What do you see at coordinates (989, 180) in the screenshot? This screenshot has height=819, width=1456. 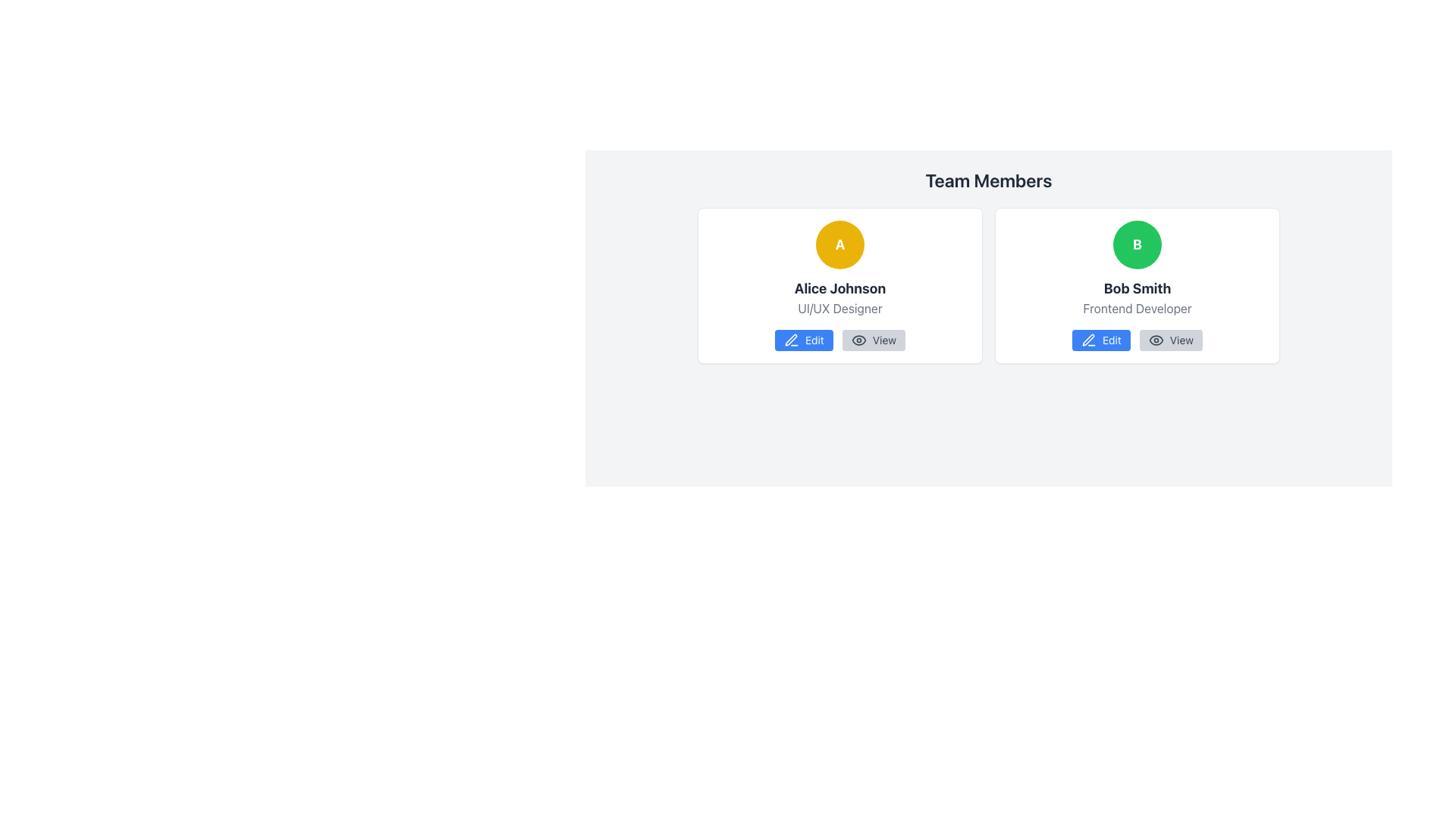 I see `the text header that reads 'Team Members', which is prominently styled in dark gray and positioned above the grid layout of team member cards` at bounding box center [989, 180].